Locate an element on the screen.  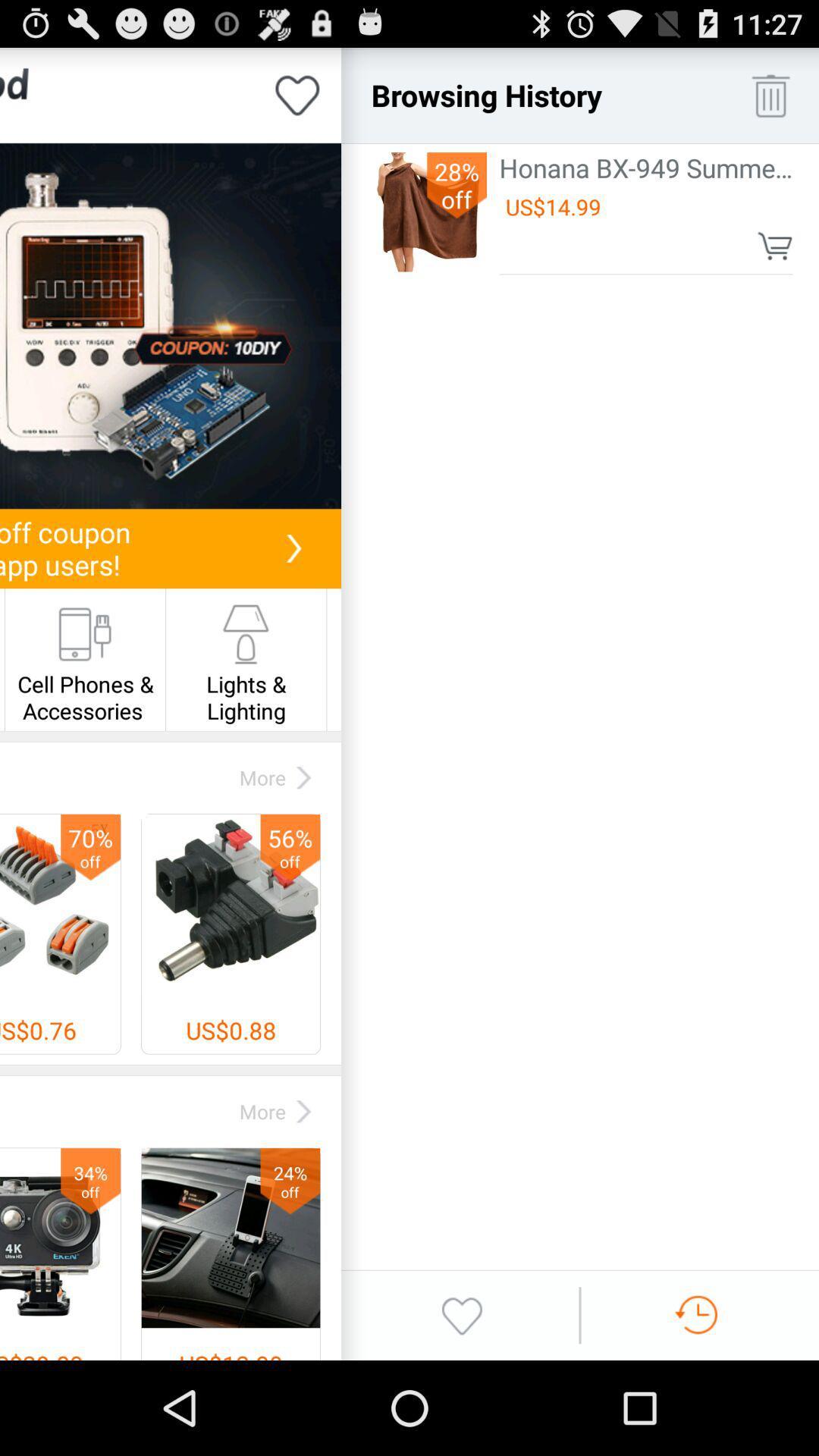
delete browsing history is located at coordinates (770, 94).